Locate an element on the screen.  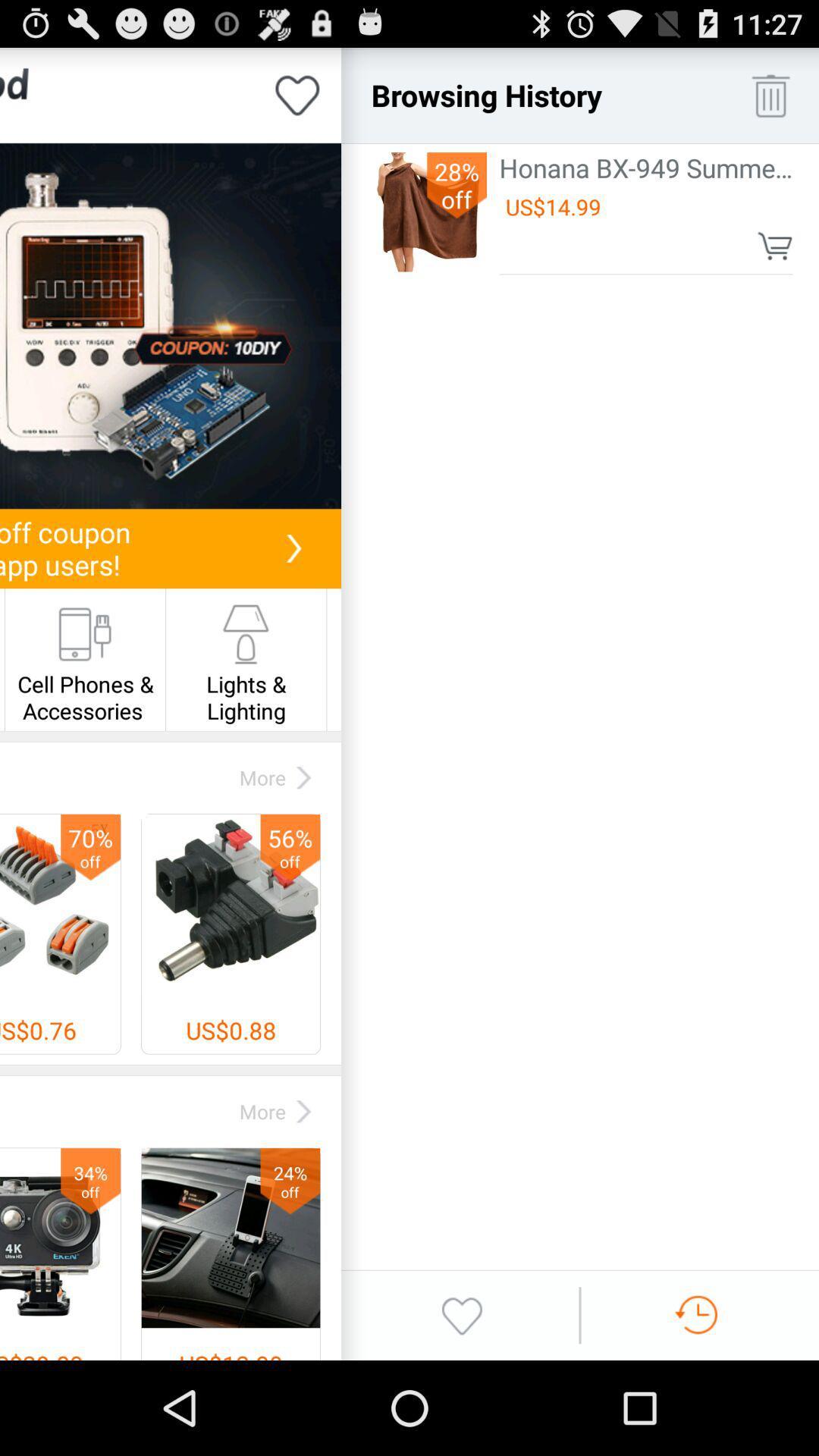
delete browsing history is located at coordinates (770, 94).